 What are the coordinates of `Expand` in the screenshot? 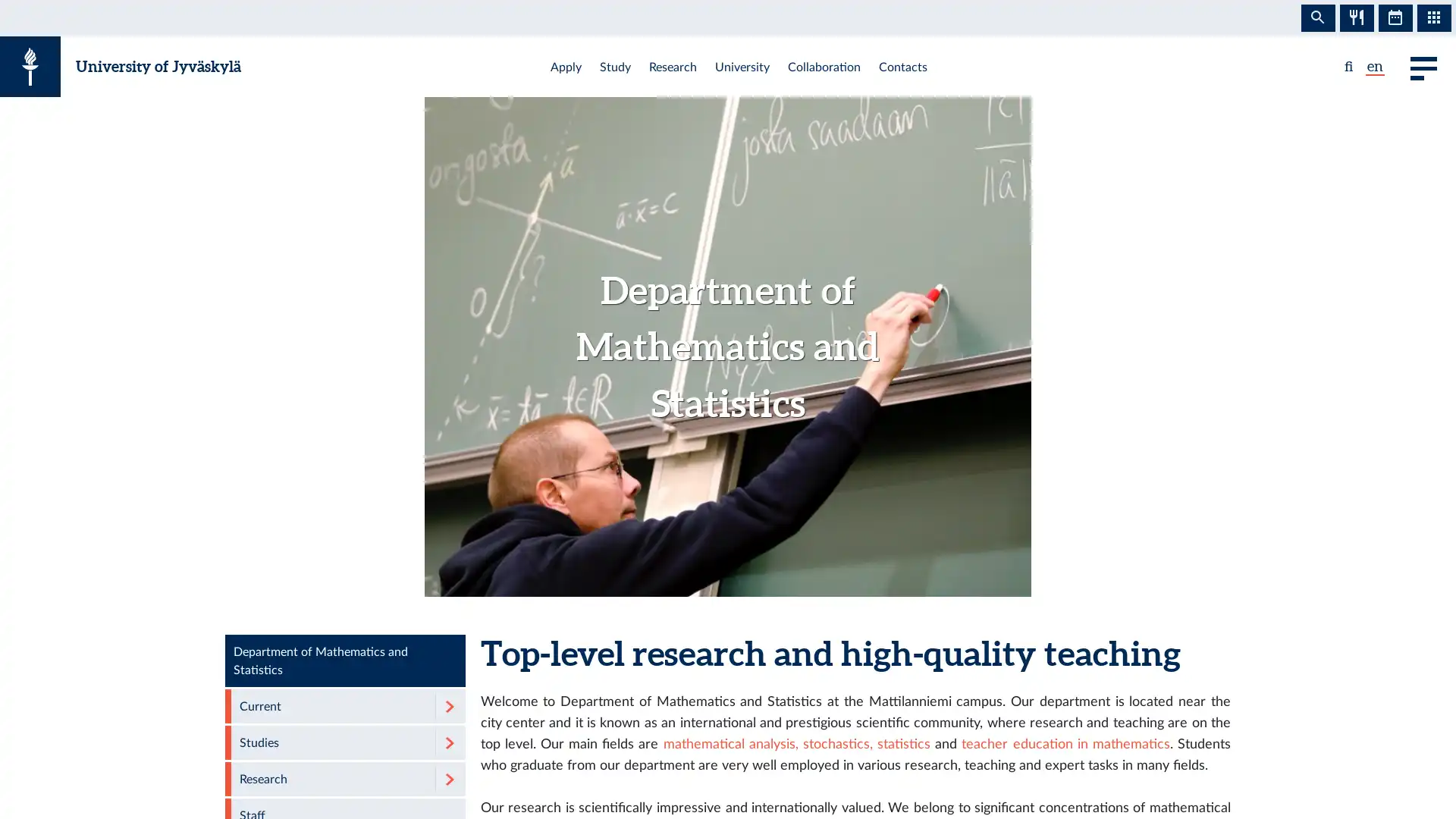 It's located at (449, 741).